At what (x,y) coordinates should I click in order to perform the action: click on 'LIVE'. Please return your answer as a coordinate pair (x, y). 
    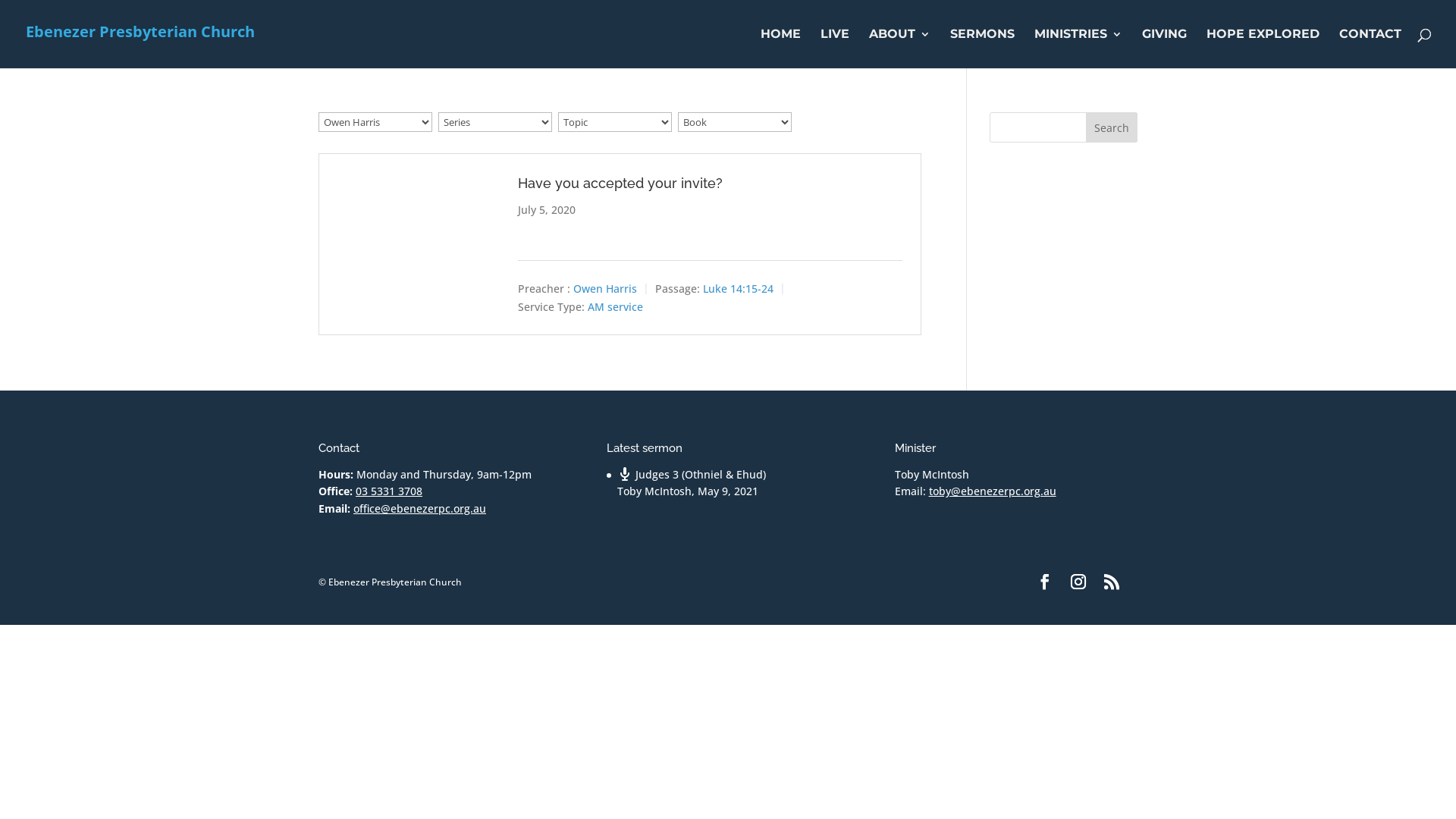
    Looking at the image, I should click on (819, 48).